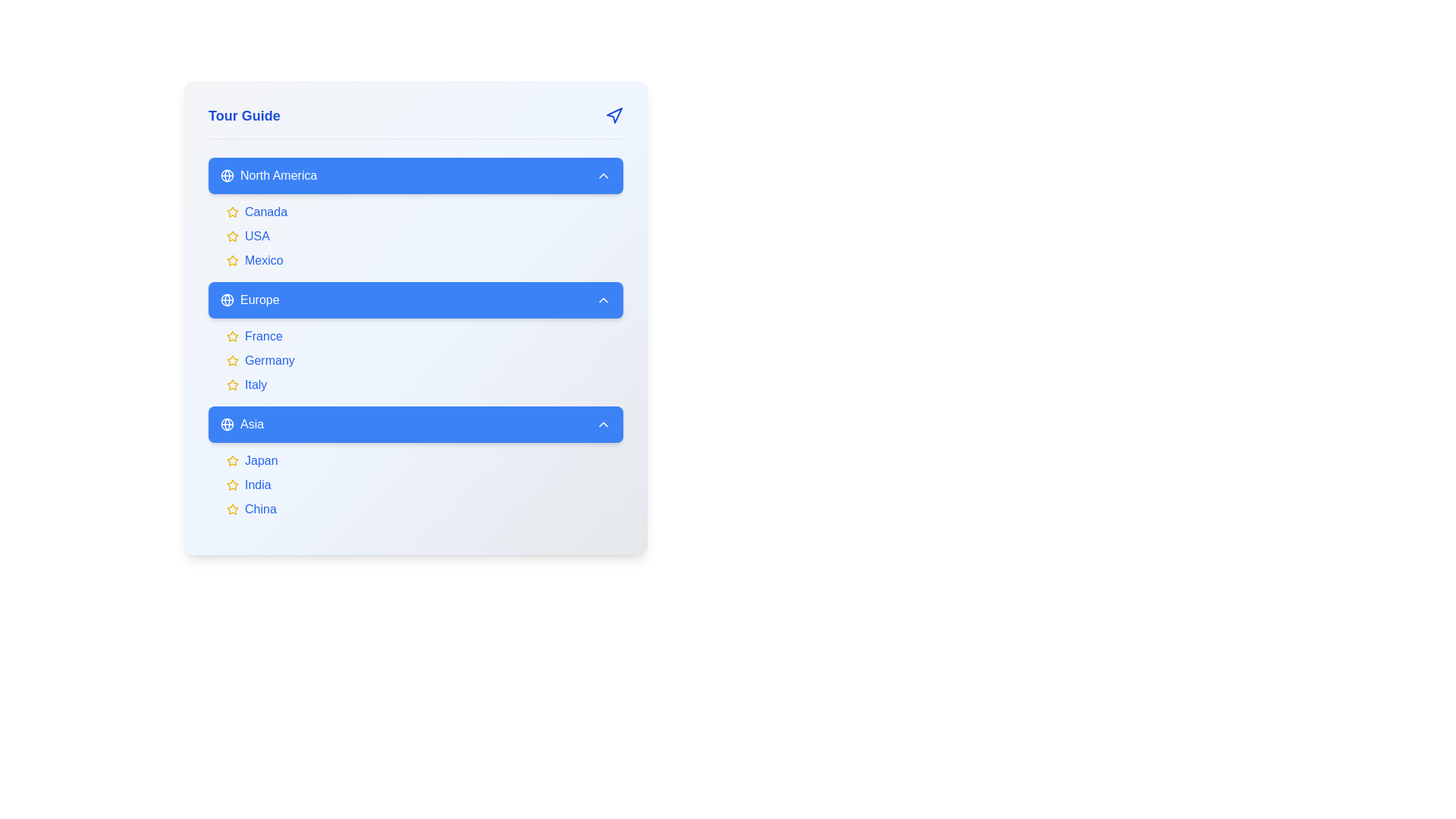 The height and width of the screenshot is (819, 1456). What do you see at coordinates (603, 424) in the screenshot?
I see `the chevron-up icon on the right side of the blue button labeled 'Asia'` at bounding box center [603, 424].